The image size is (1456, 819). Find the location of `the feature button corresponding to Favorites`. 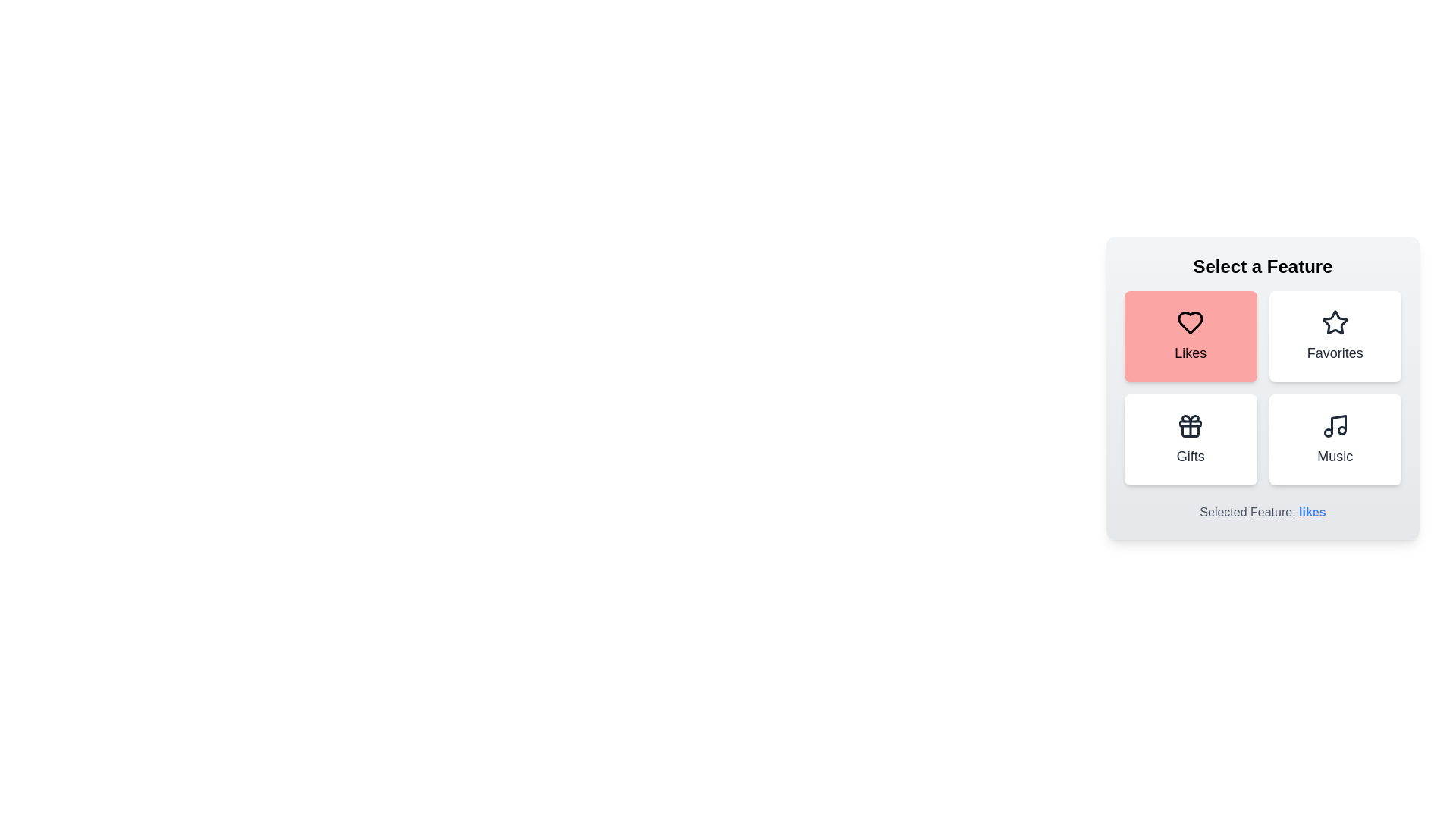

the feature button corresponding to Favorites is located at coordinates (1335, 335).